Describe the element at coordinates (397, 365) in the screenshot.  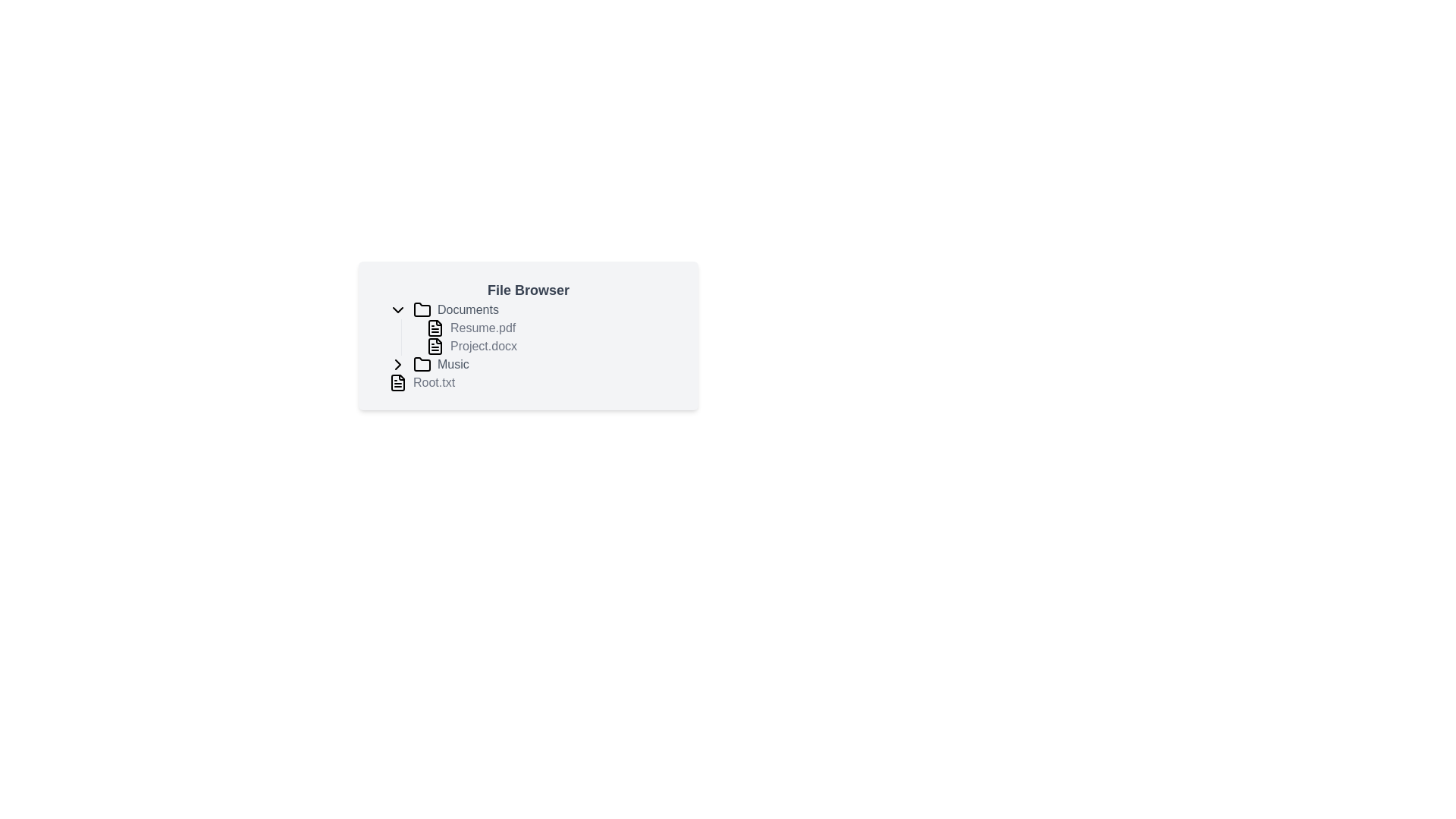
I see `the Chevron button located to the left of the 'Music' text in the file browser` at that location.